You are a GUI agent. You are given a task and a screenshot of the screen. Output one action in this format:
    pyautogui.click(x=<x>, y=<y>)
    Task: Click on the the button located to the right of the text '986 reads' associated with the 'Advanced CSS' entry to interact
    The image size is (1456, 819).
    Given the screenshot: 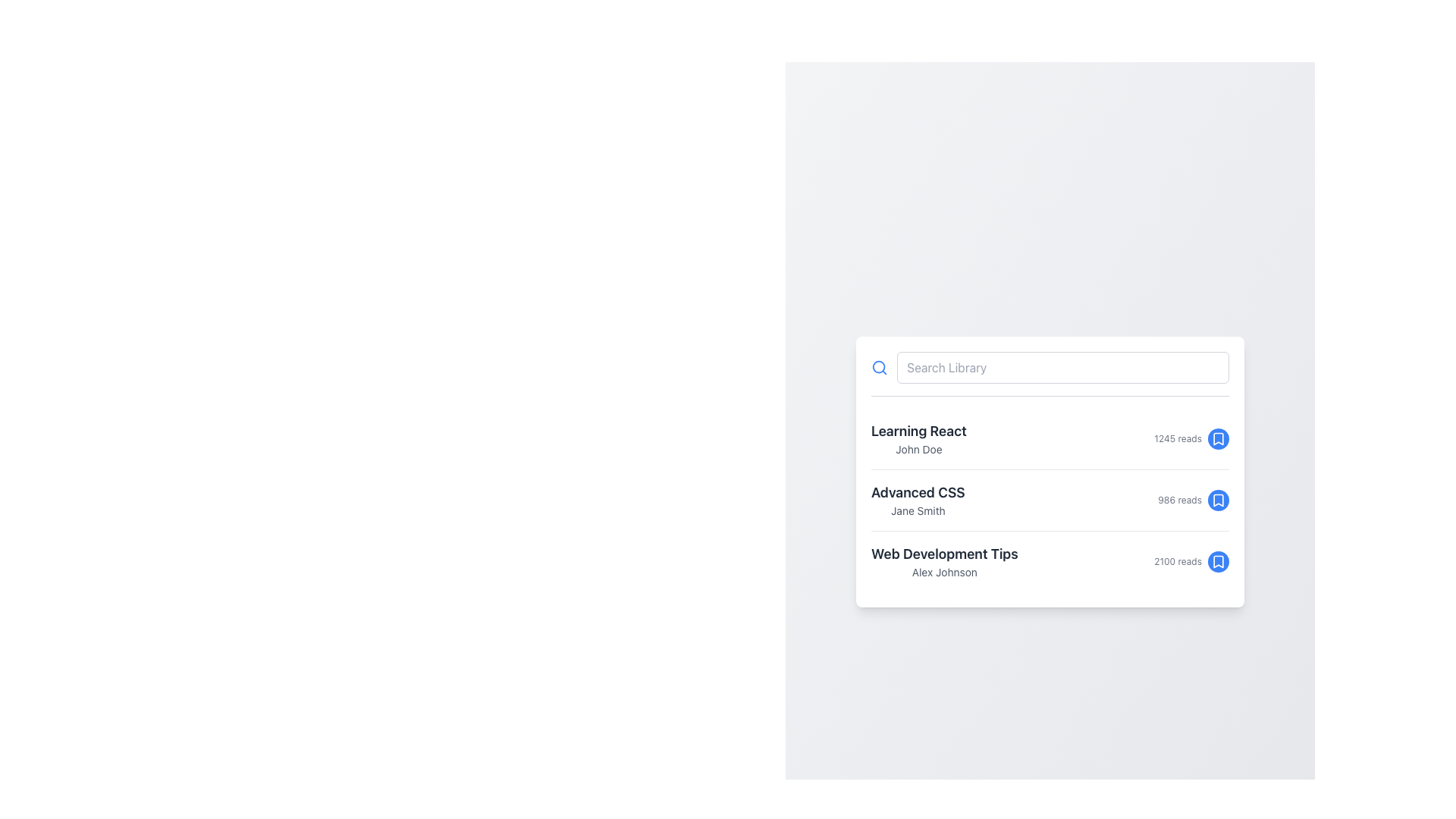 What is the action you would take?
    pyautogui.click(x=1219, y=500)
    